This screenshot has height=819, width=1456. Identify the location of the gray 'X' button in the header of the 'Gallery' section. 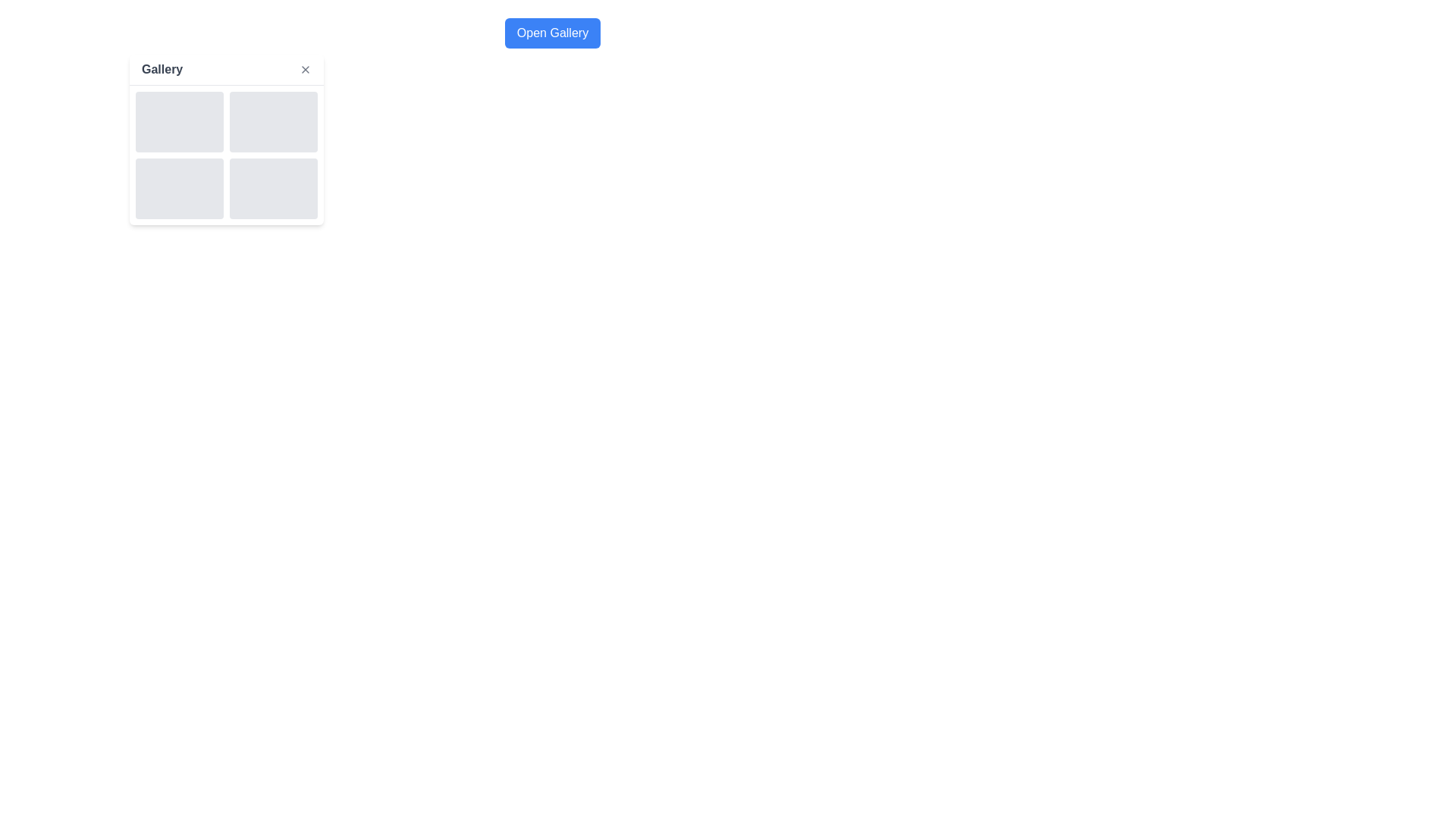
(305, 70).